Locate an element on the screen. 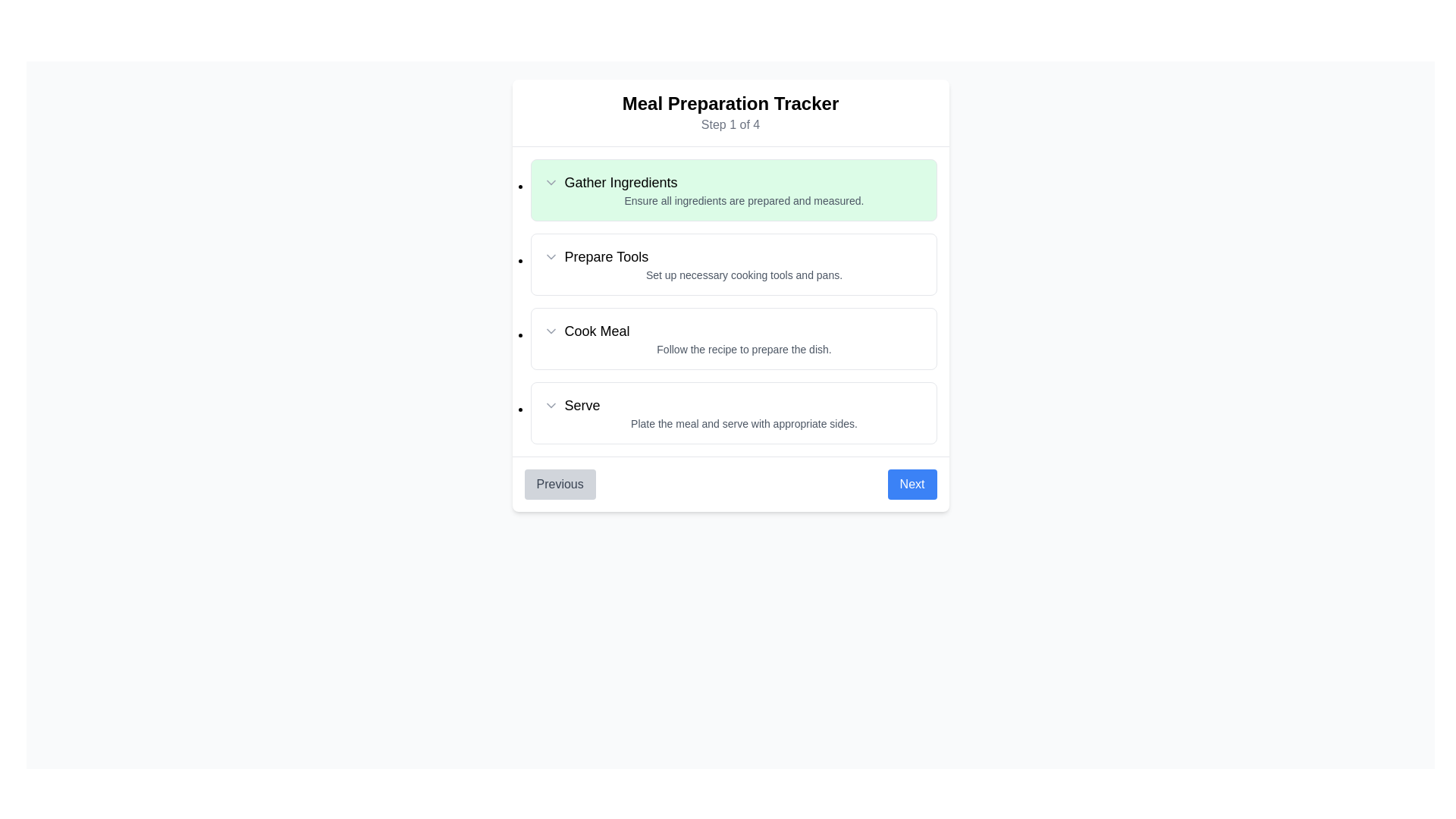 The width and height of the screenshot is (1456, 819). the small-sized gray text reading 'Ensure all ingredients are prepared and measured.' which is horizontally centered beneath the bold header 'Gather Ingredients' in the 'Meal Preparation Tracker' interface is located at coordinates (744, 200).